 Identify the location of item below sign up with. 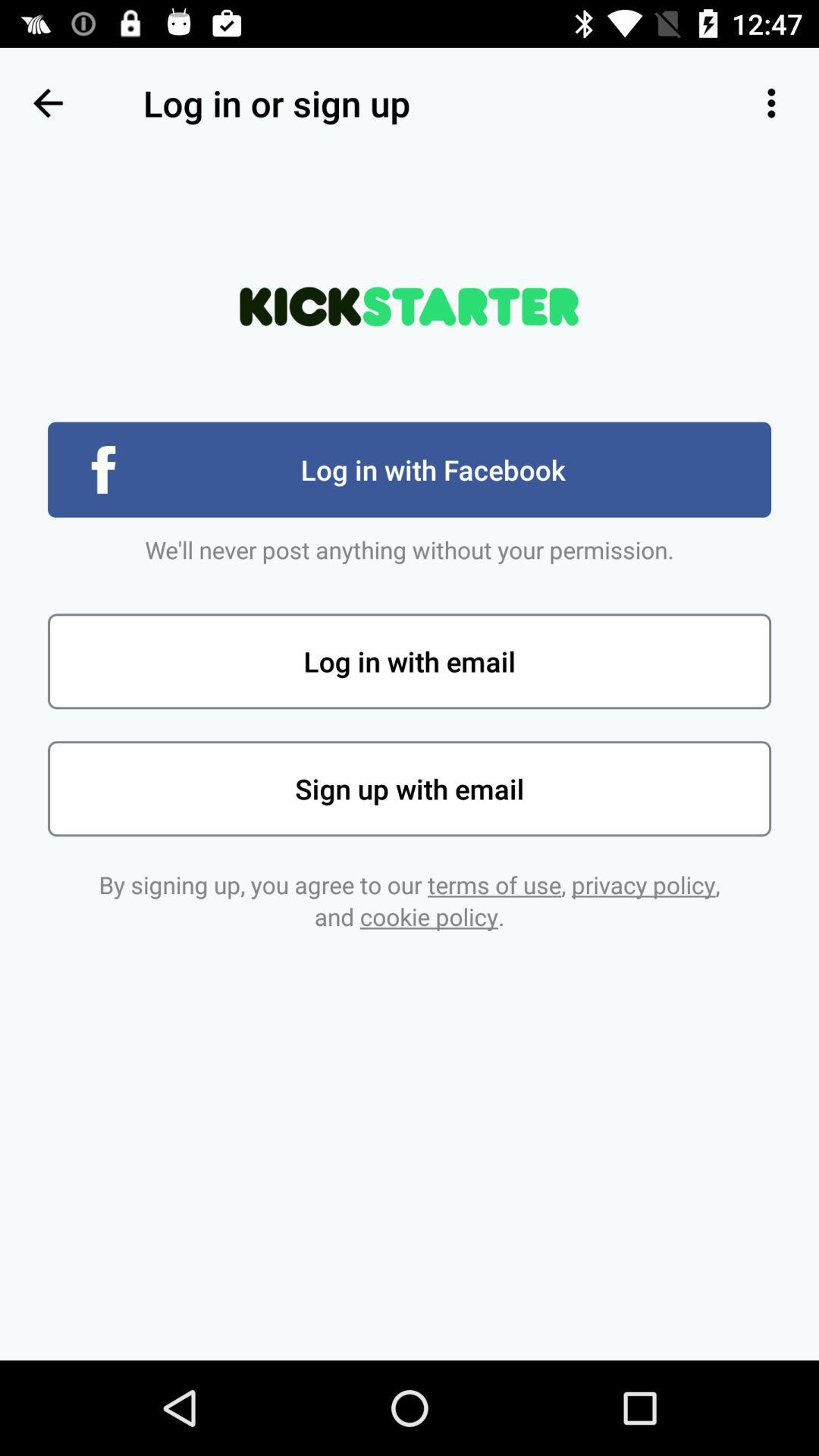
(409, 900).